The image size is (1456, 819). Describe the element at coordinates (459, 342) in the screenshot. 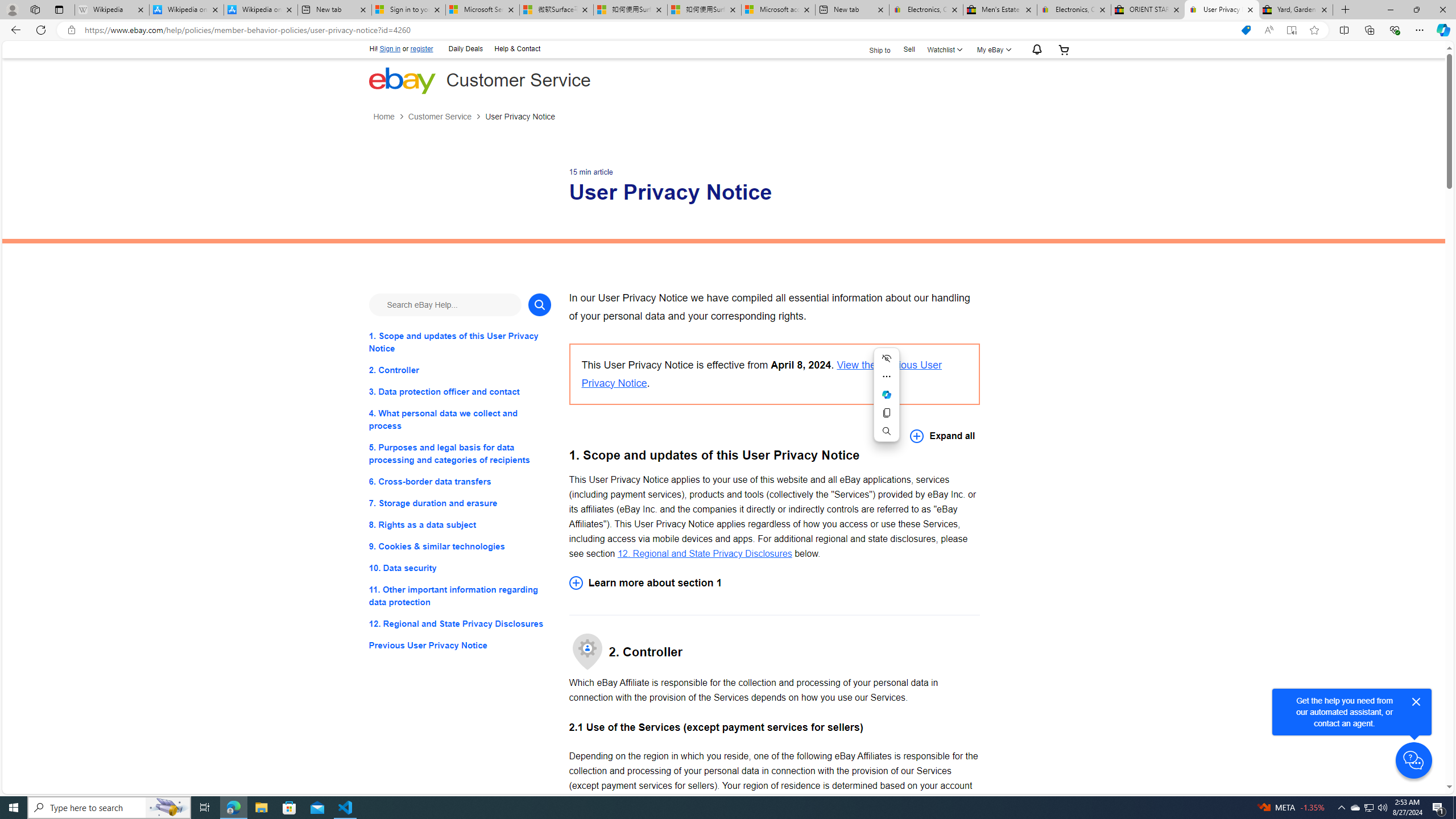

I see `'1. Scope and updates of this User Privacy Notice'` at that location.